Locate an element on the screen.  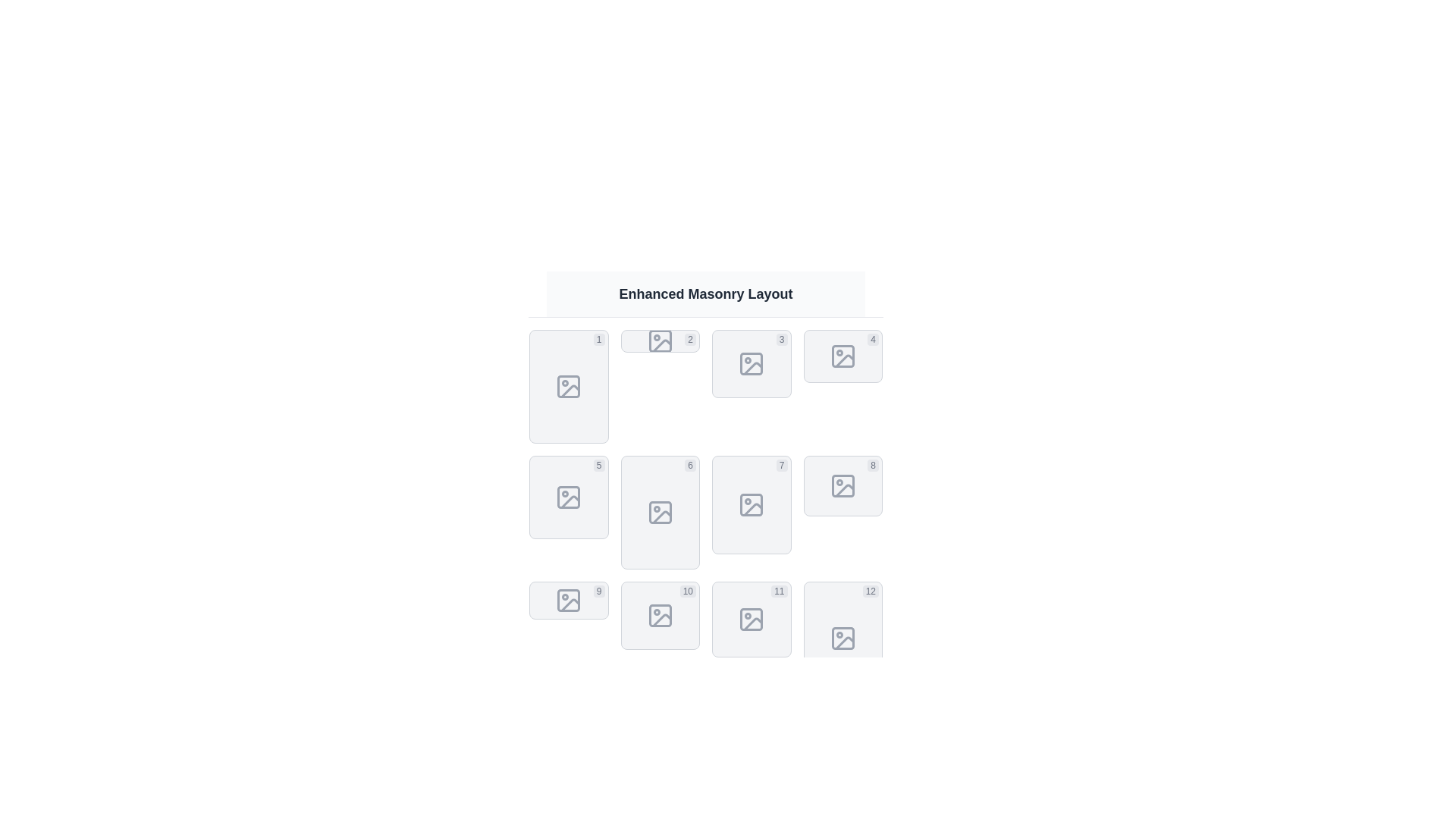
the square shape with rounded corners within the image frame icon located in the 8th card of the masonry layout, positioned in the second row's fourth column is located at coordinates (842, 485).